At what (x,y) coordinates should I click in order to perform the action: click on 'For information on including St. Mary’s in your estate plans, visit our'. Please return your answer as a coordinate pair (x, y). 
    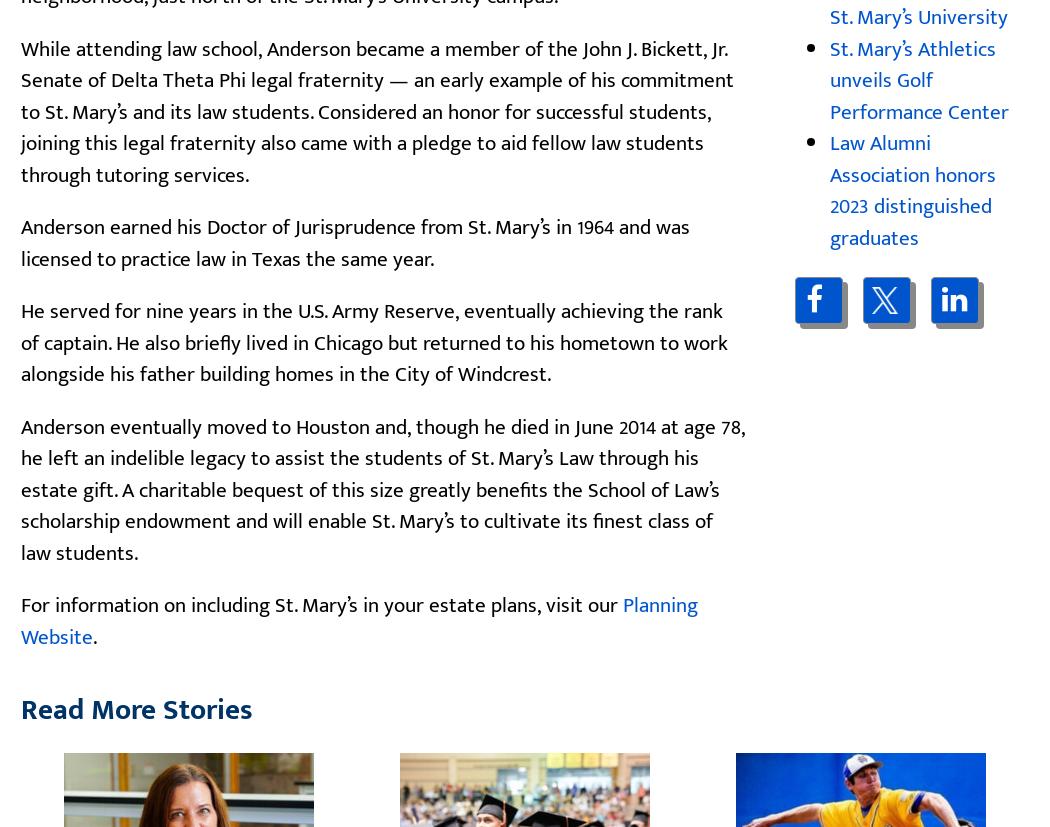
    Looking at the image, I should click on (322, 604).